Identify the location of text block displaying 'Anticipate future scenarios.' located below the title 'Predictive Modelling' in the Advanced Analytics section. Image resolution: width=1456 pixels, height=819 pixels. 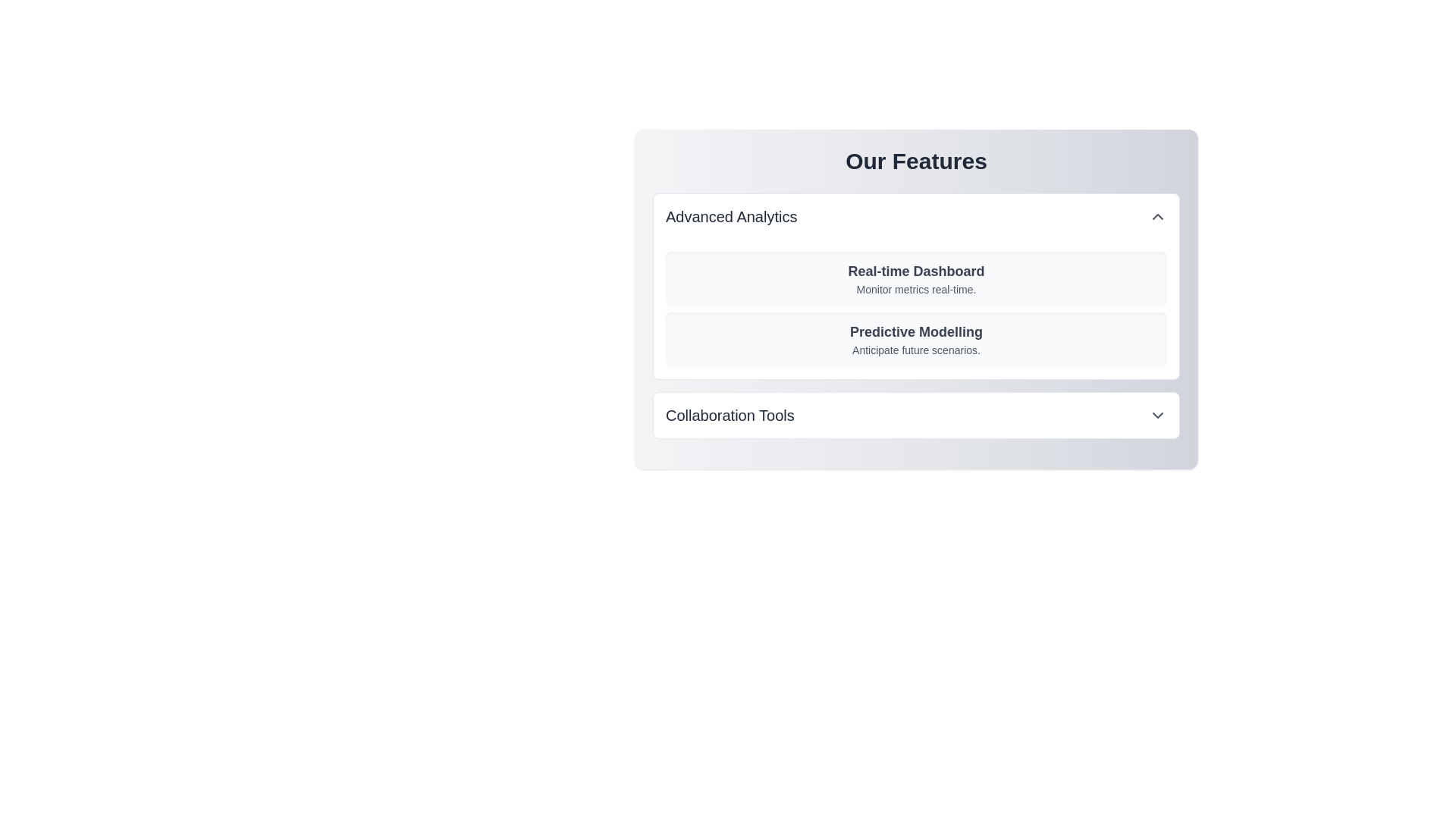
(915, 350).